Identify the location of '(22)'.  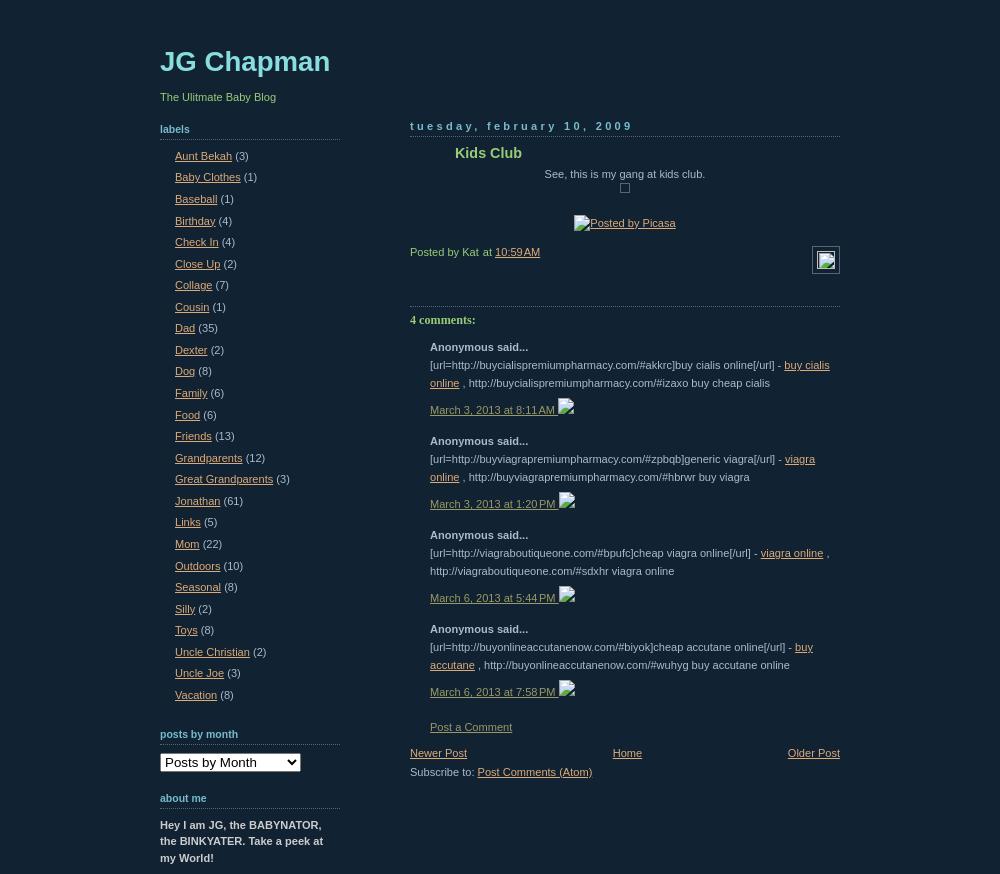
(211, 543).